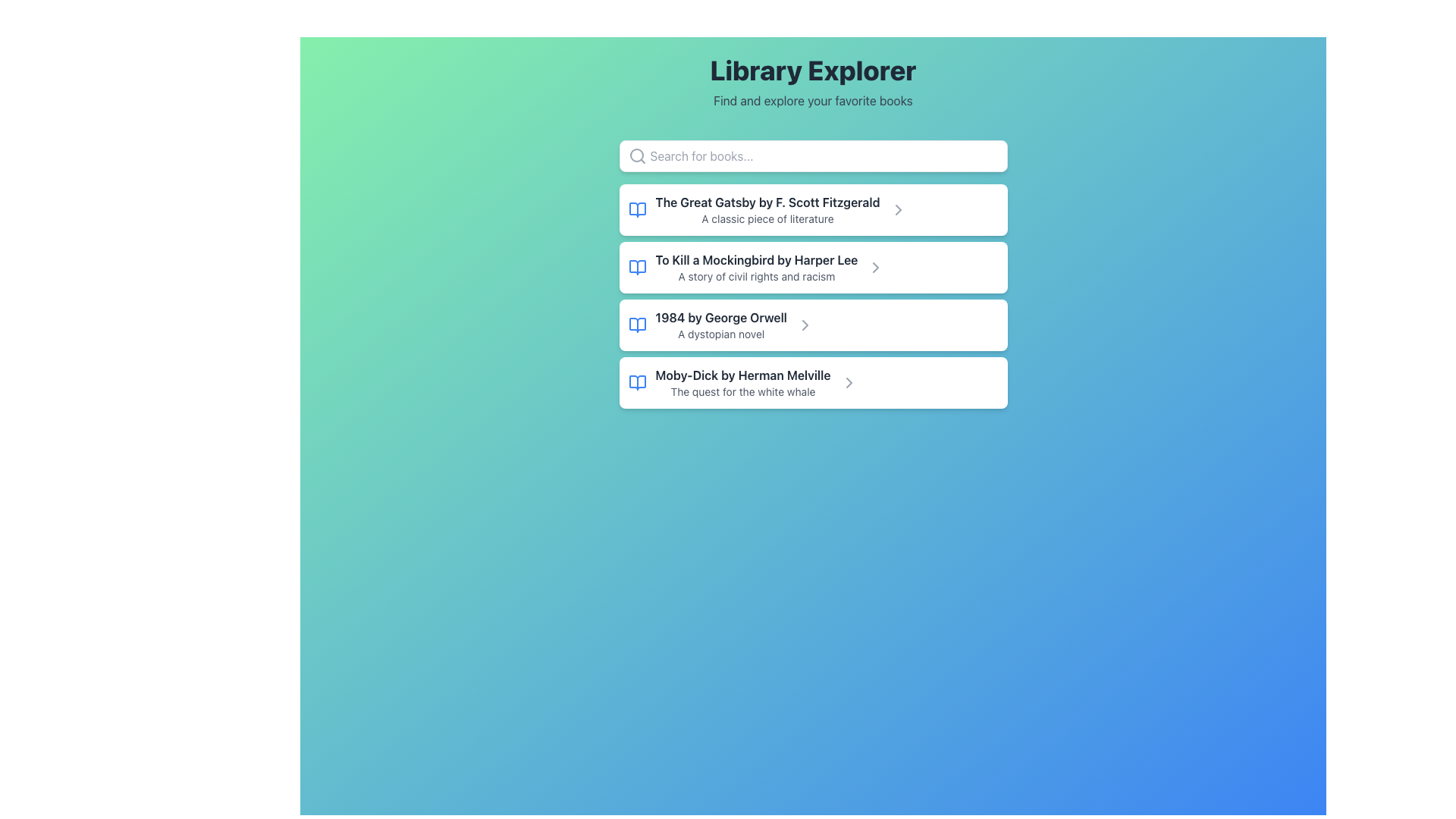 The image size is (1456, 819). Describe the element at coordinates (812, 70) in the screenshot. I see `the main heading text label at the top center of the page that indicates the library or book exploration purpose` at that location.